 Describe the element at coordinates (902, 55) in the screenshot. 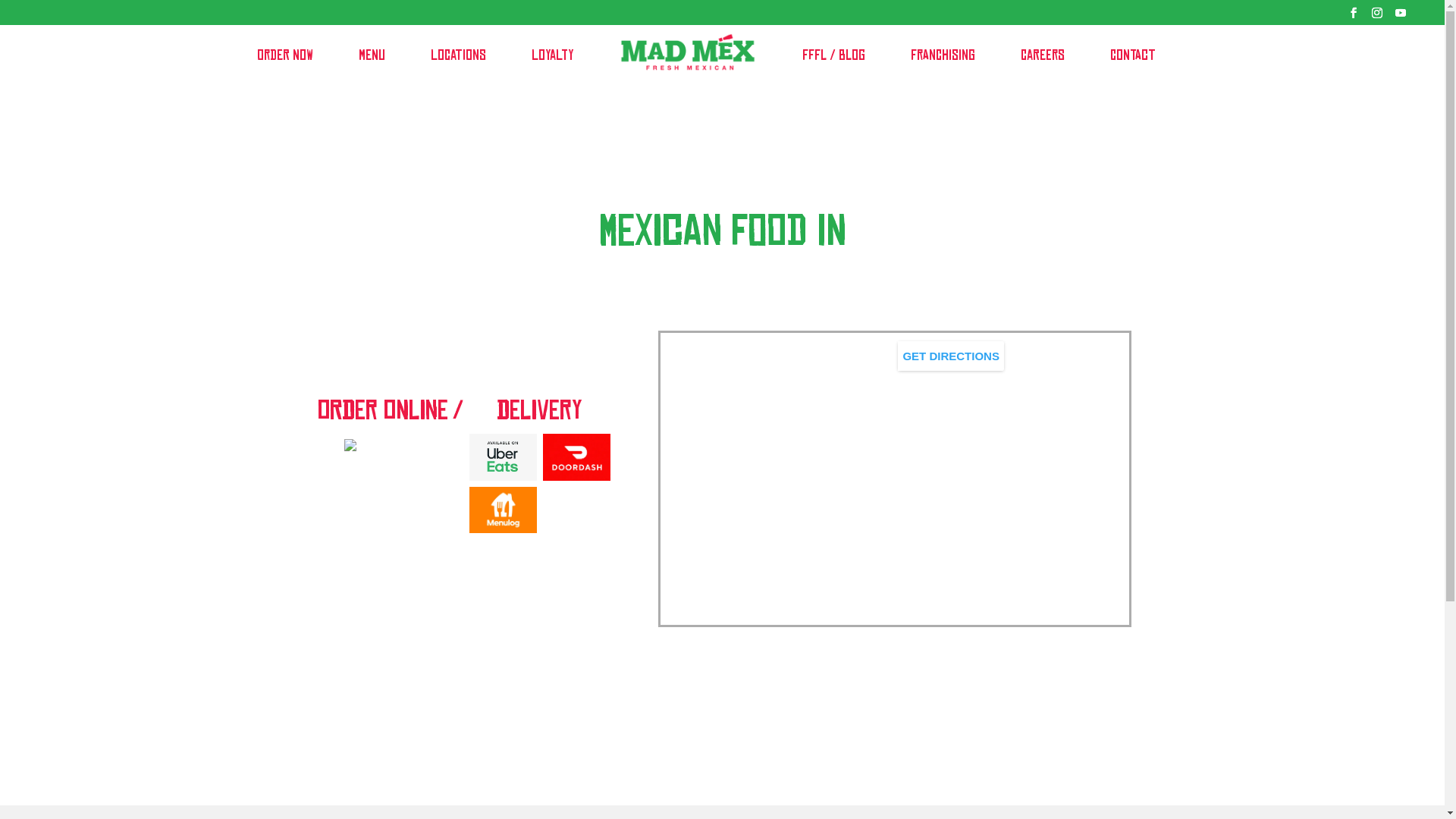

I see `'Franchising'` at that location.